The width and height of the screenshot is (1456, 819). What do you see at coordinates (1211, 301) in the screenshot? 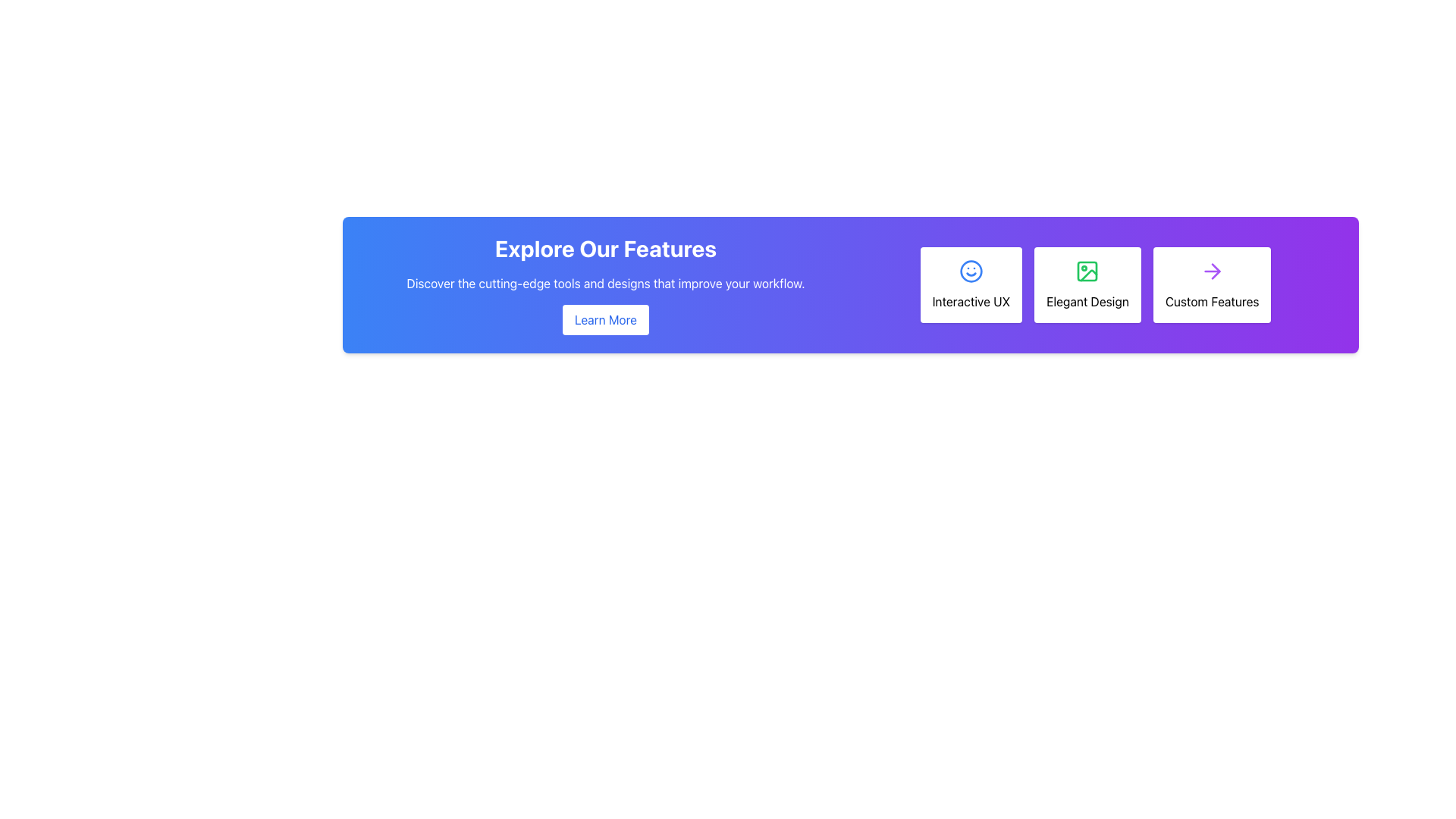
I see `text 'Custom Features' located below the right-pointing arrow icon within a white box on a gradient purple background` at bounding box center [1211, 301].